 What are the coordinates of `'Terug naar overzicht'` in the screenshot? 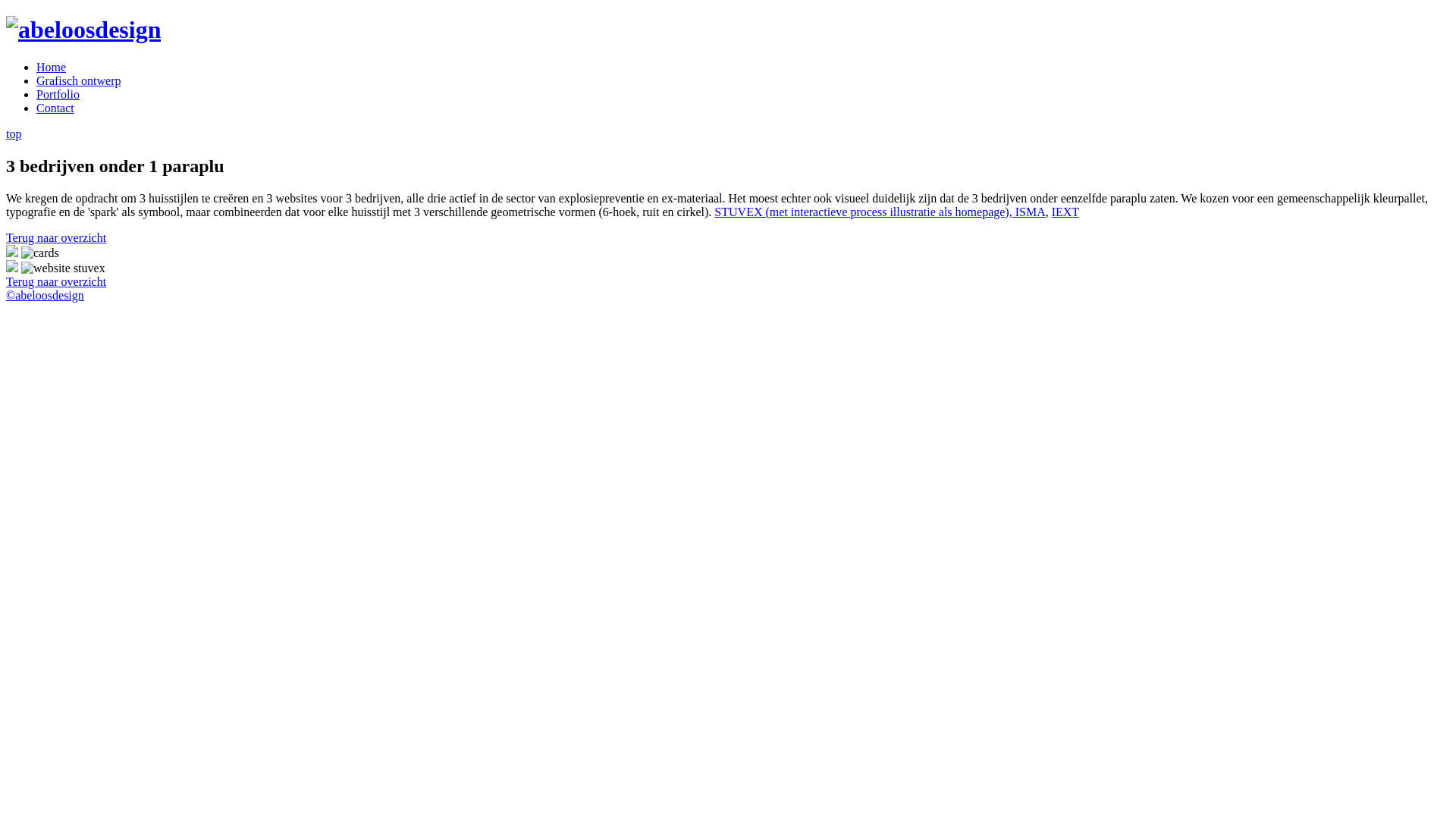 It's located at (55, 281).